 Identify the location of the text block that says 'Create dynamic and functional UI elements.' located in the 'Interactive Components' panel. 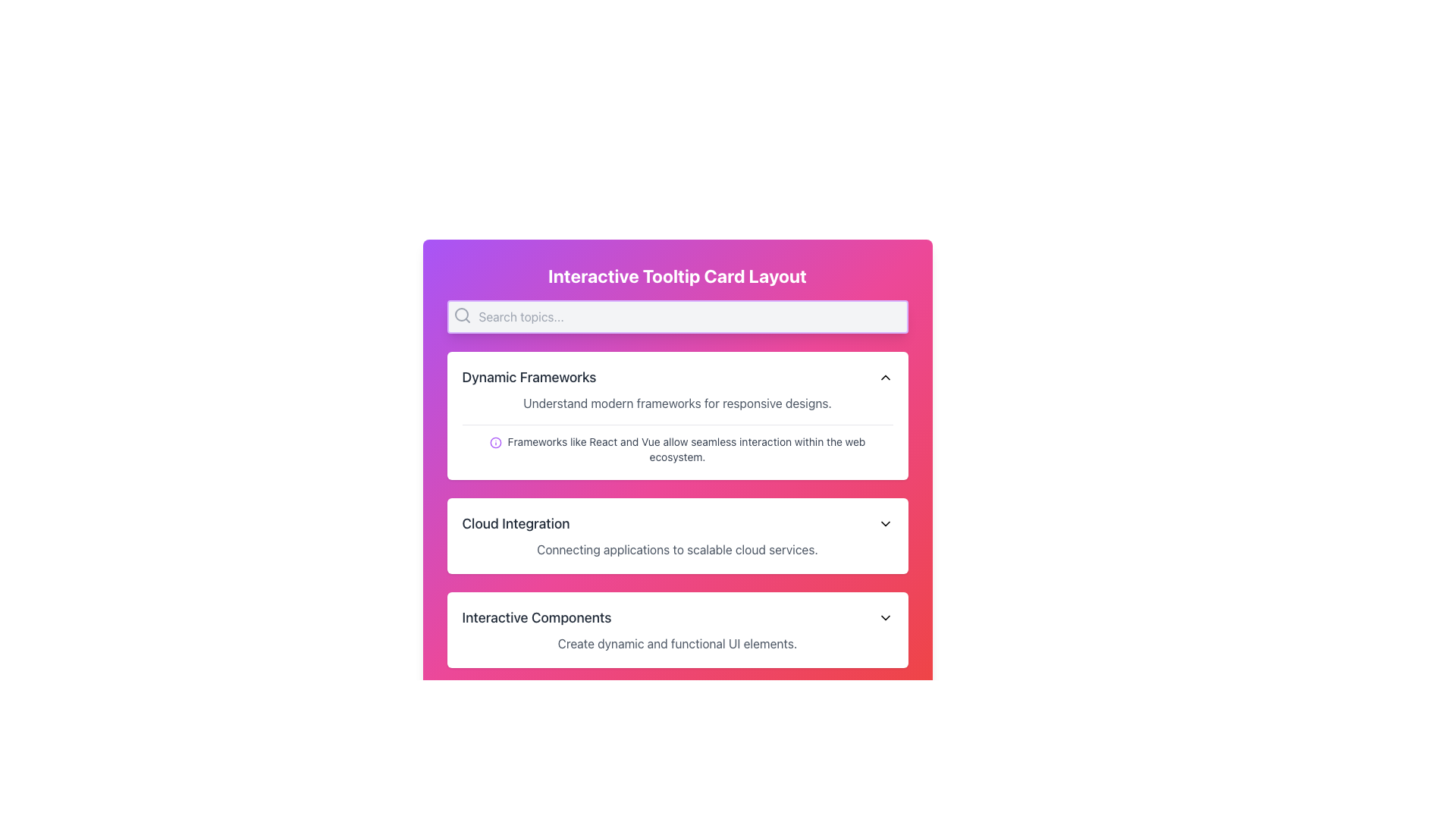
(676, 643).